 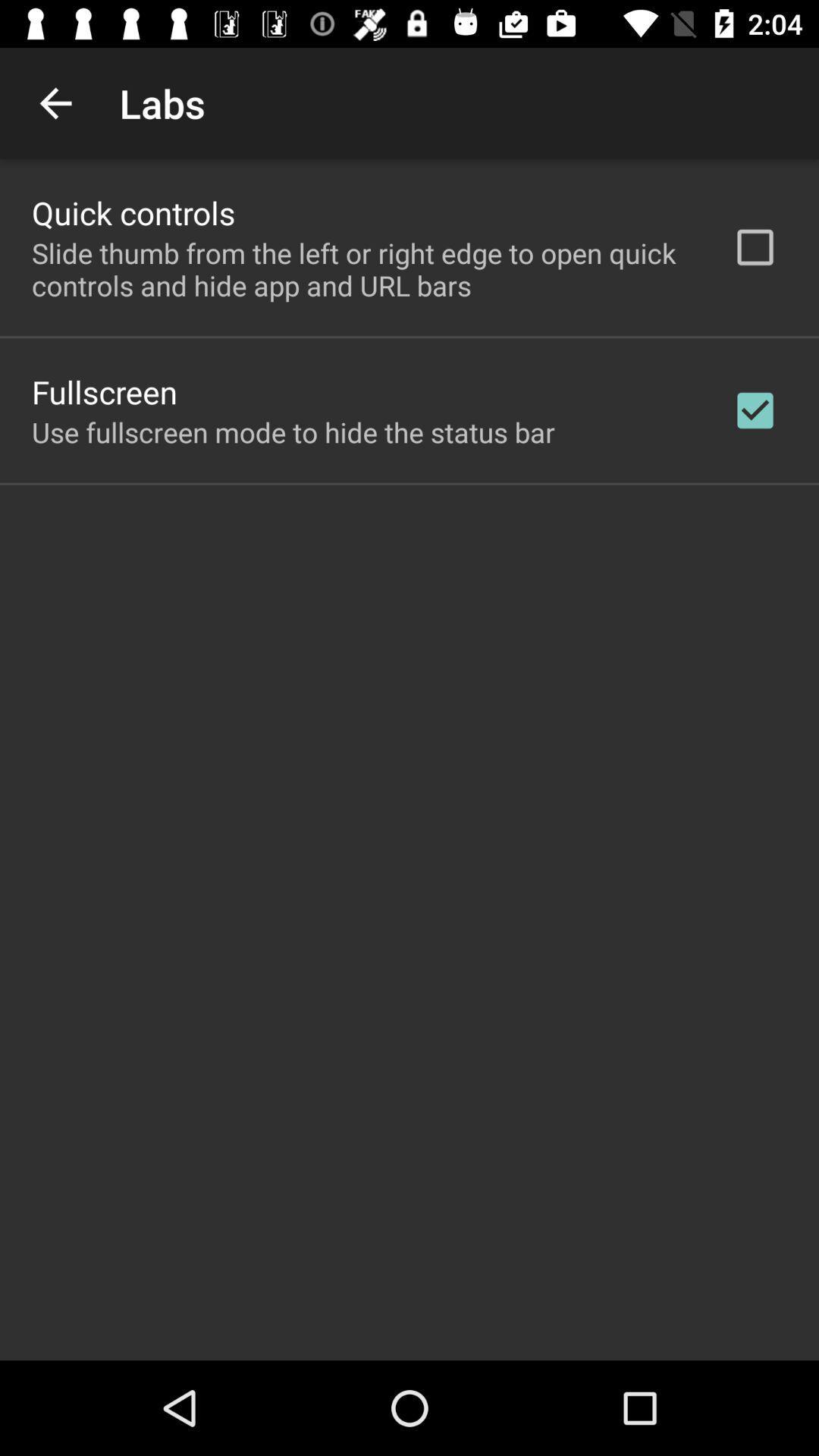 What do you see at coordinates (55, 102) in the screenshot?
I see `icon to the left of the labs` at bounding box center [55, 102].